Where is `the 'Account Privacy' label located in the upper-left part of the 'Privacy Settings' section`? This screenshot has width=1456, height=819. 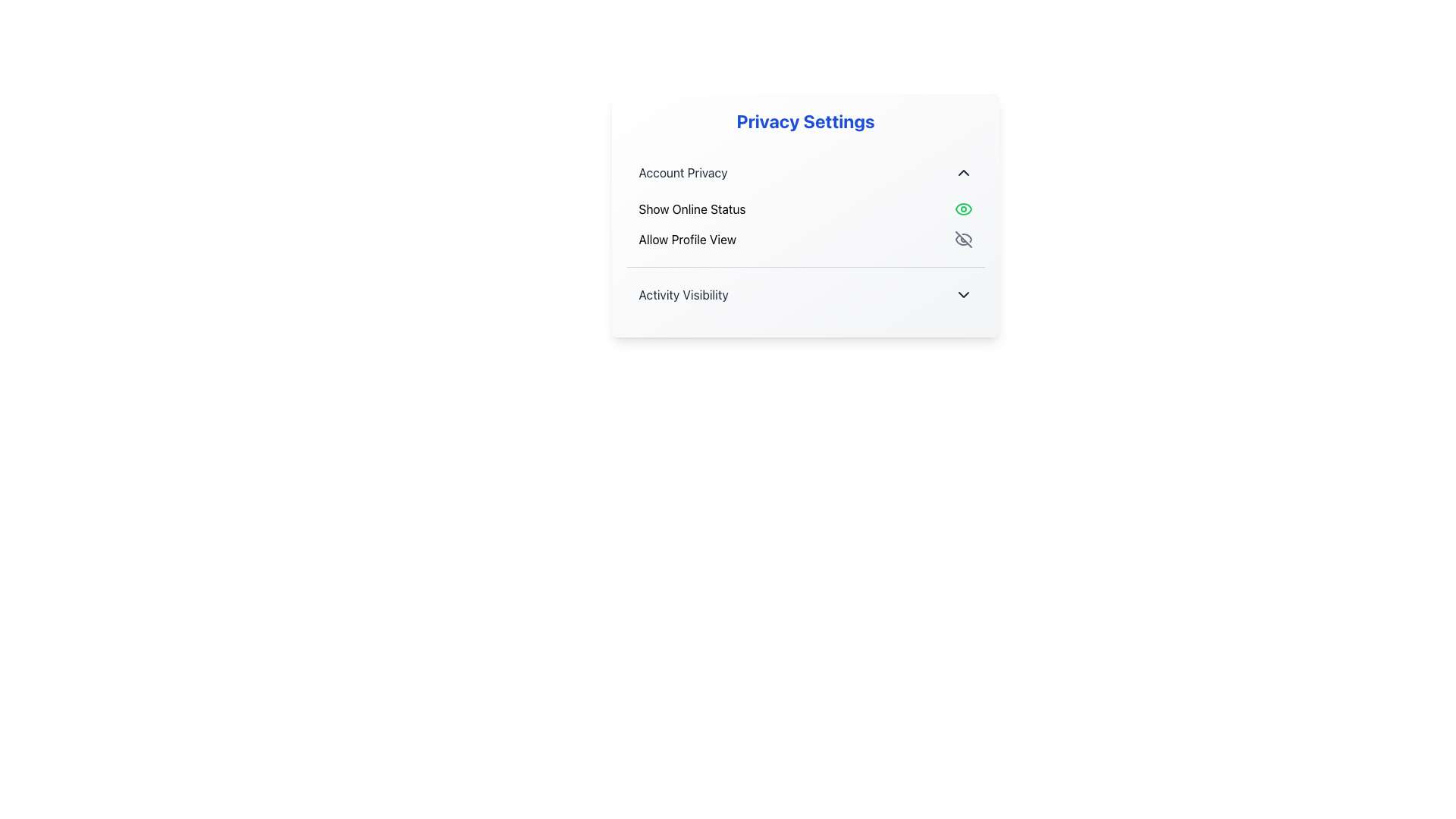 the 'Account Privacy' label located in the upper-left part of the 'Privacy Settings' section is located at coordinates (682, 171).